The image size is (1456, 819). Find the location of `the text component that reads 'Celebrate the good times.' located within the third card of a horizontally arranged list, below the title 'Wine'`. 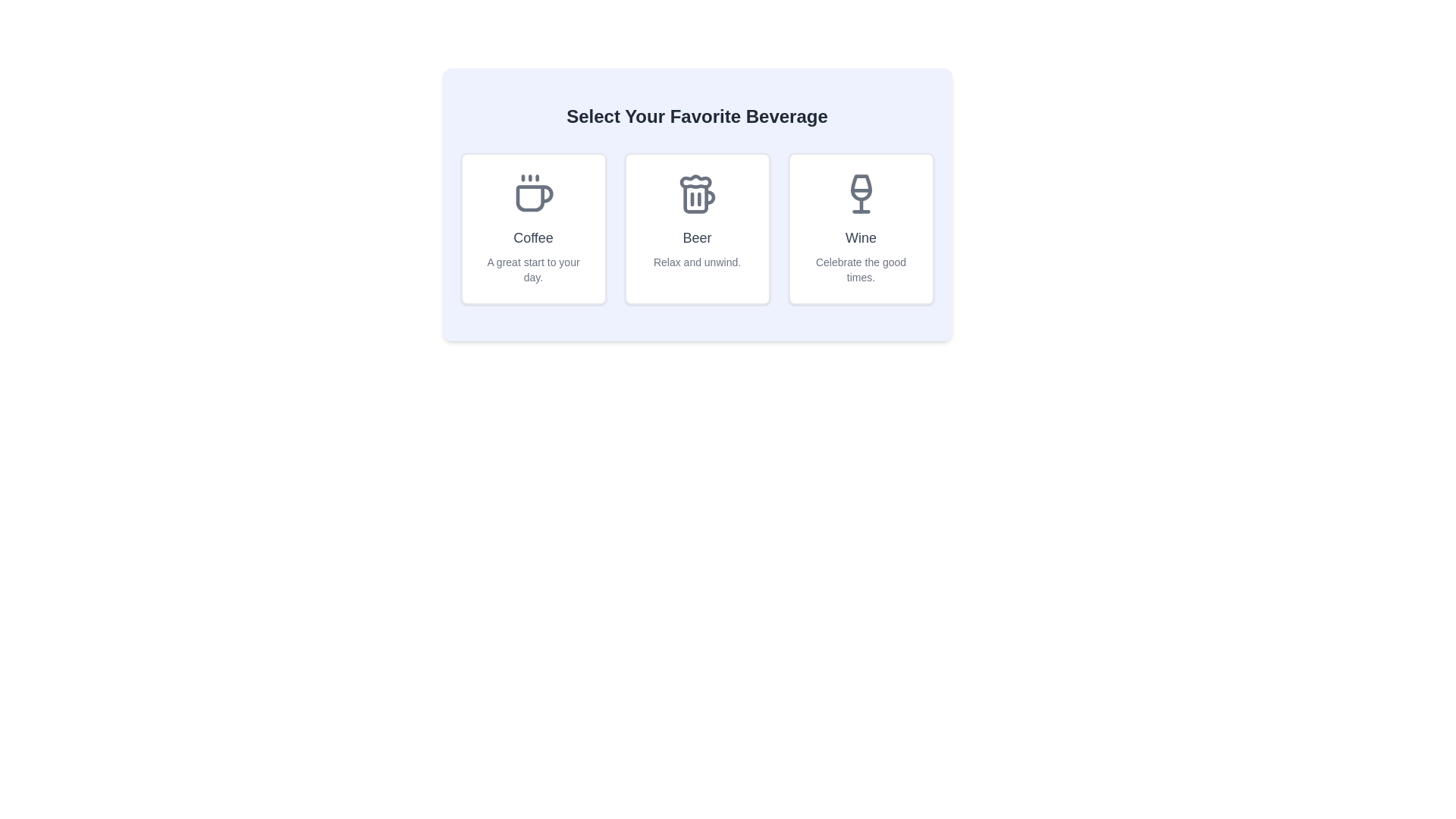

the text component that reads 'Celebrate the good times.' located within the third card of a horizontally arranged list, below the title 'Wine' is located at coordinates (861, 268).